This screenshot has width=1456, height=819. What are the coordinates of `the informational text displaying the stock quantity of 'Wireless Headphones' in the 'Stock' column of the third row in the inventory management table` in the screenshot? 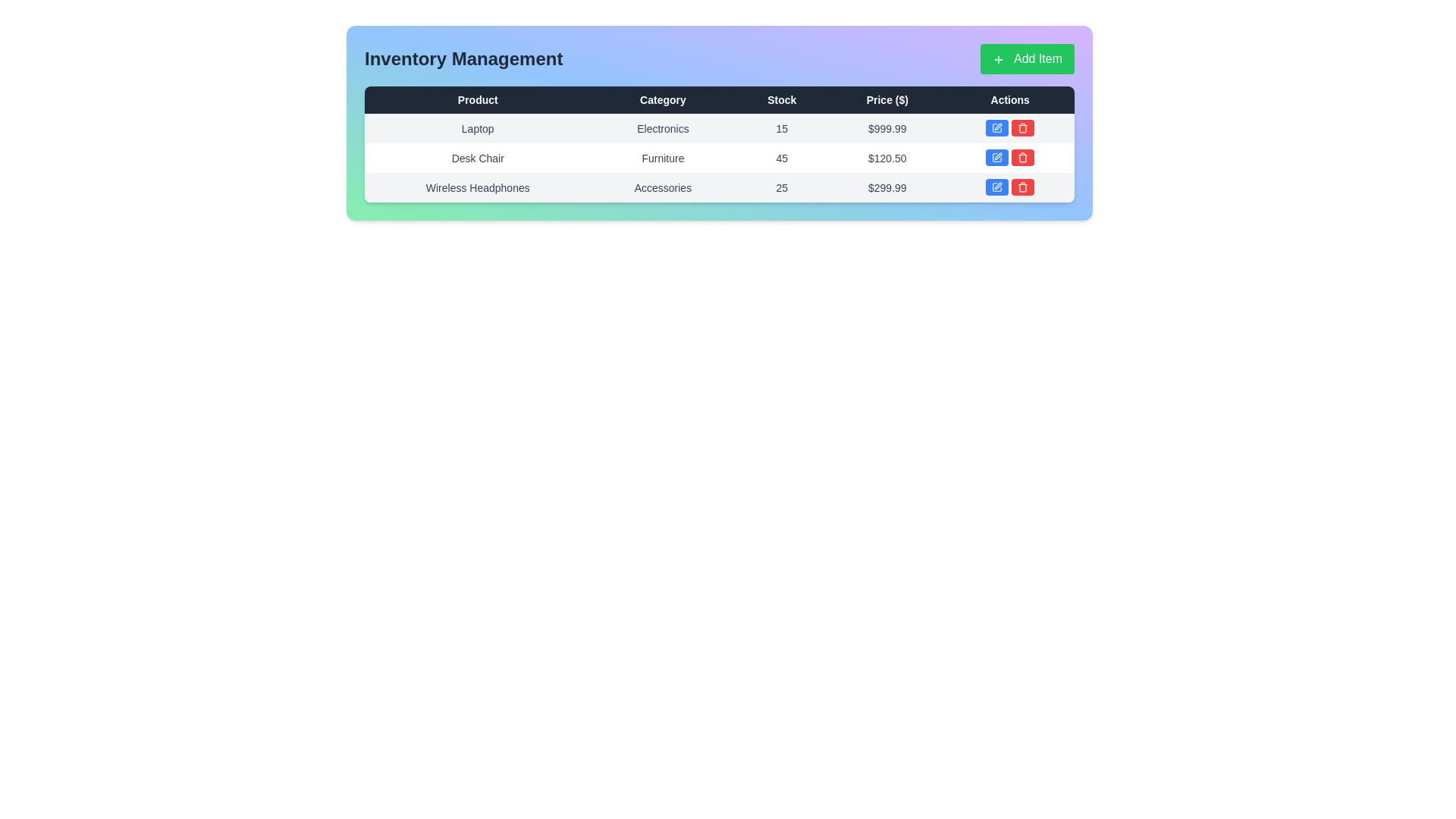 It's located at (782, 187).